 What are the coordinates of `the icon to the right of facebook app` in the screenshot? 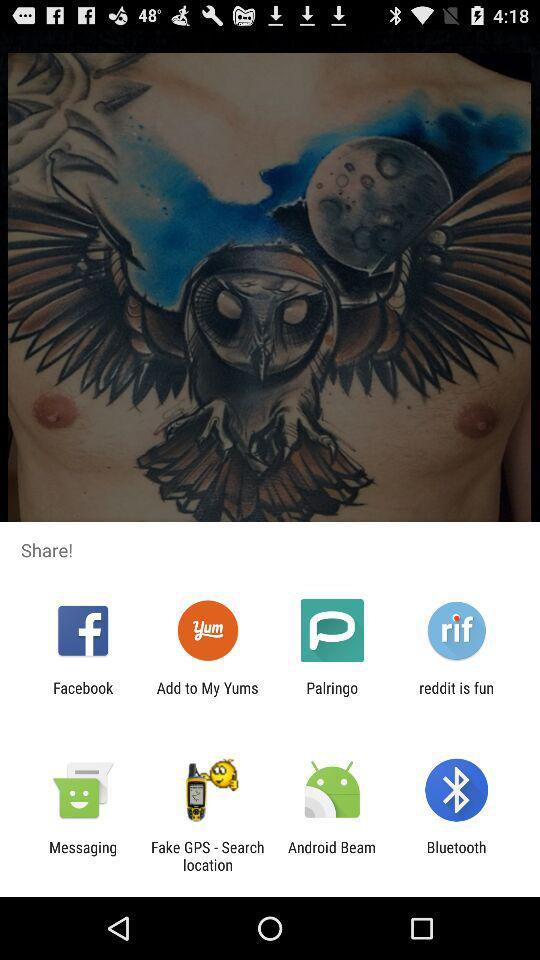 It's located at (206, 696).